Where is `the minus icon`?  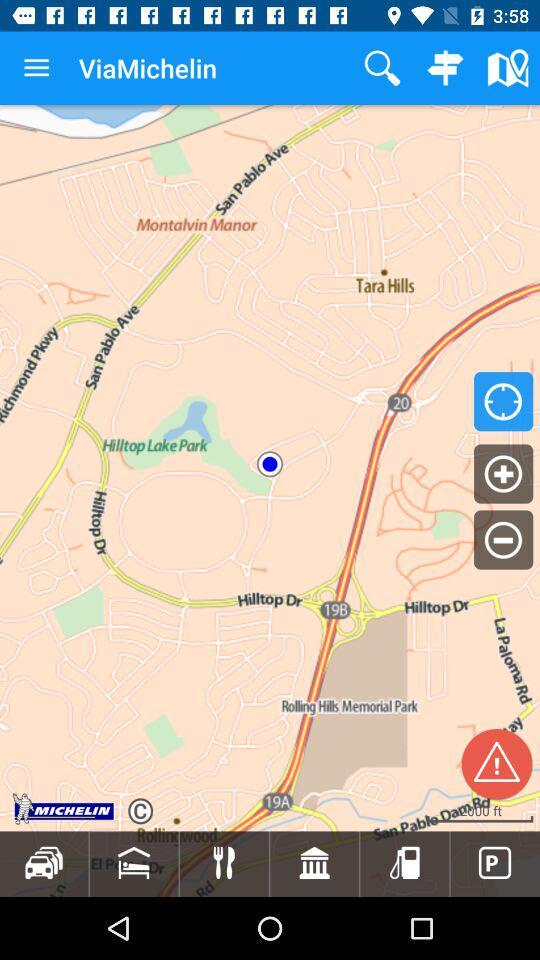
the minus icon is located at coordinates (502, 538).